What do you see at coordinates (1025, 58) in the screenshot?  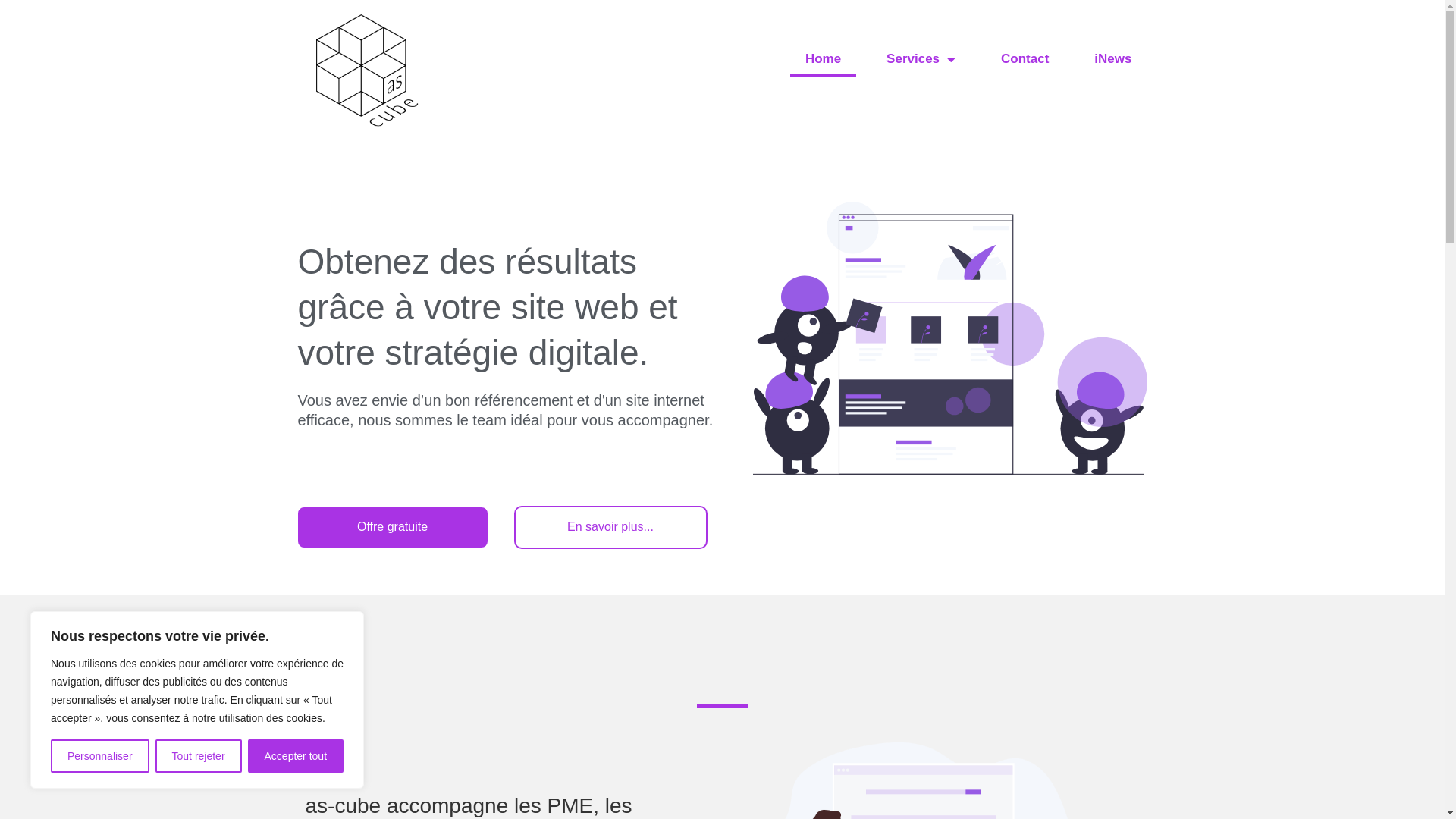 I see `'Contact'` at bounding box center [1025, 58].